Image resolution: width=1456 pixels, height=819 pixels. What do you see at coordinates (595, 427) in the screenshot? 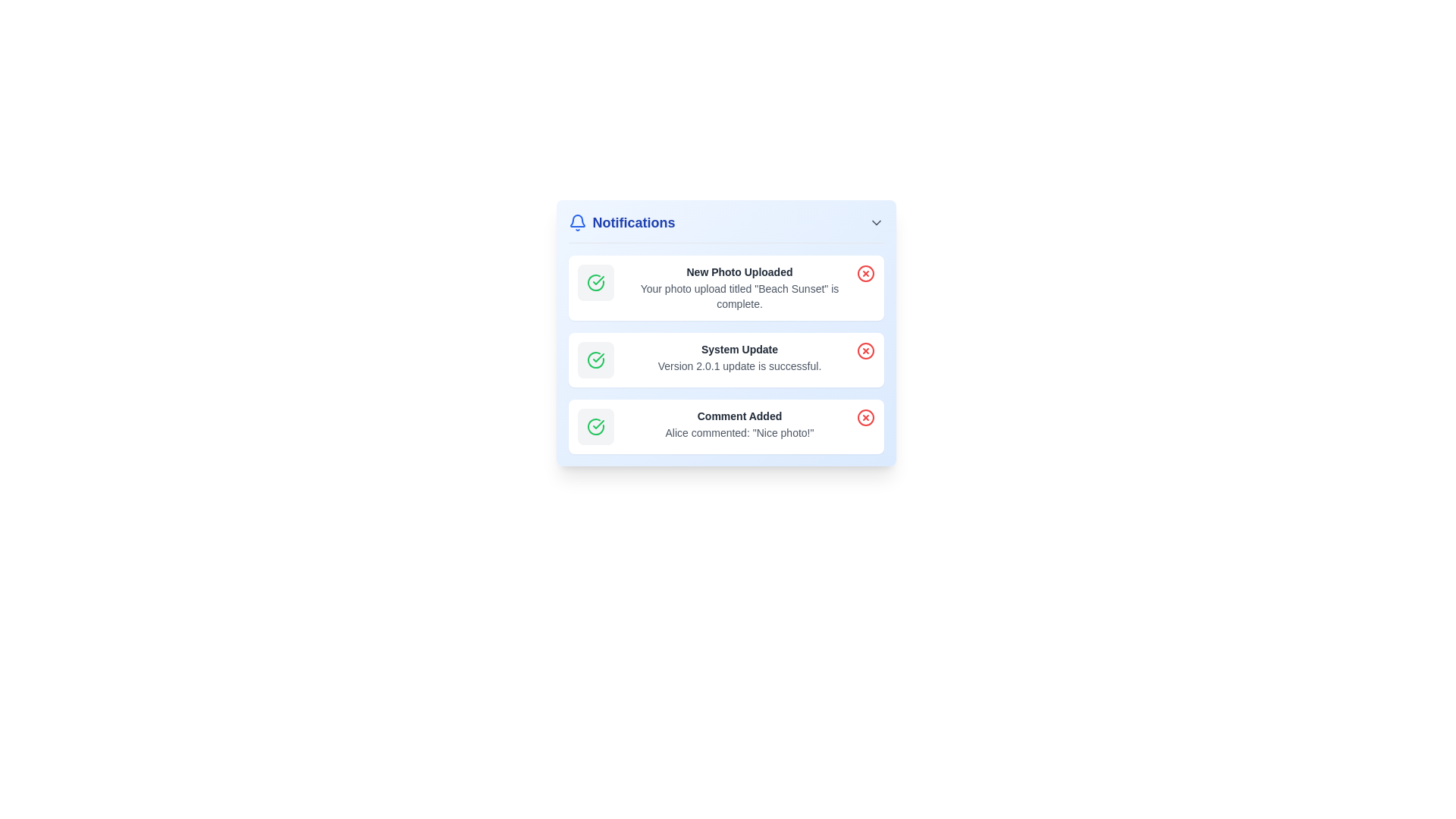
I see `the green circular checkmark icon located within the vertically stacked notification list` at bounding box center [595, 427].